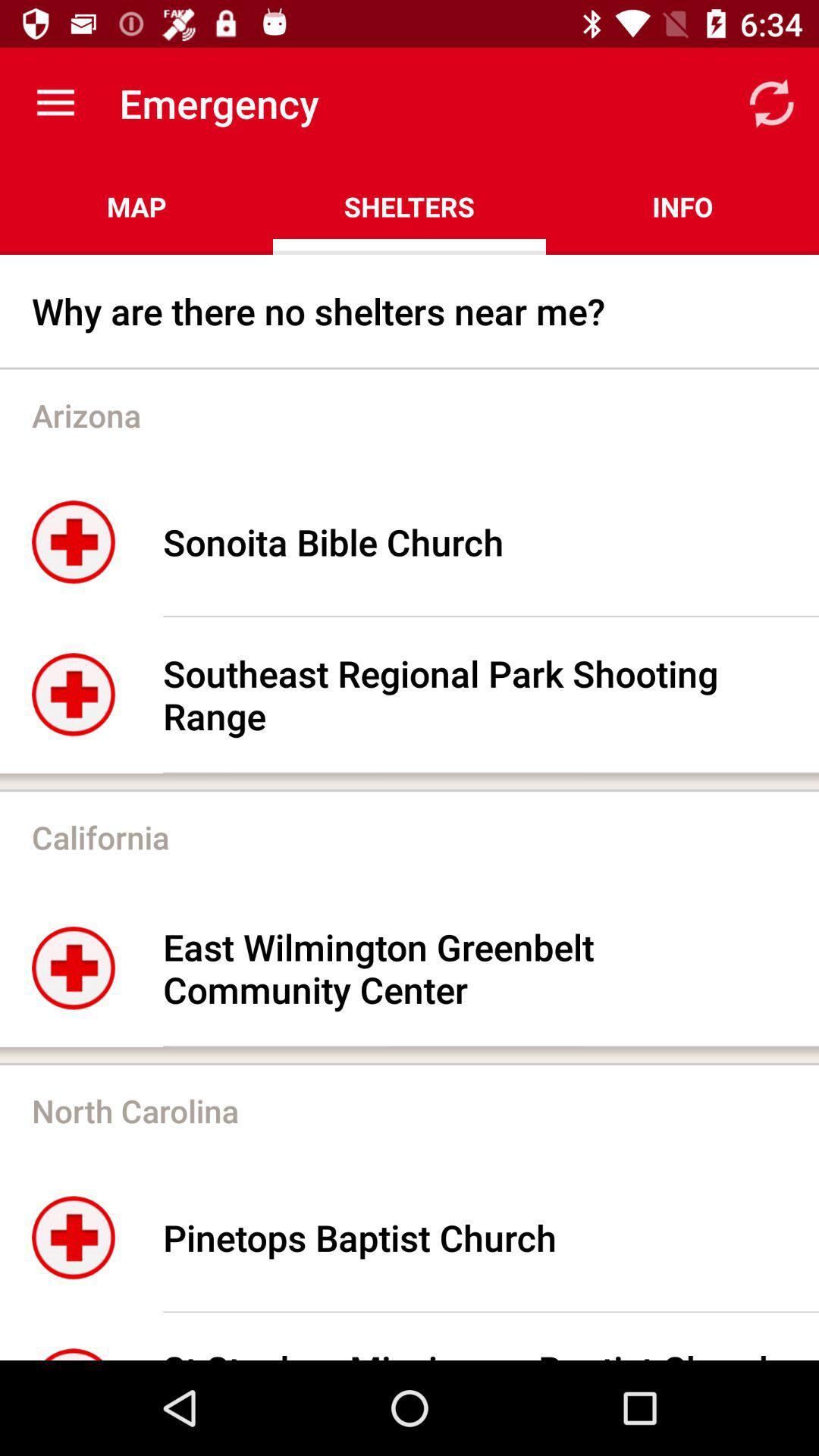 This screenshot has width=819, height=1456. What do you see at coordinates (73, 1238) in the screenshot?
I see `the first image in north carolina` at bounding box center [73, 1238].